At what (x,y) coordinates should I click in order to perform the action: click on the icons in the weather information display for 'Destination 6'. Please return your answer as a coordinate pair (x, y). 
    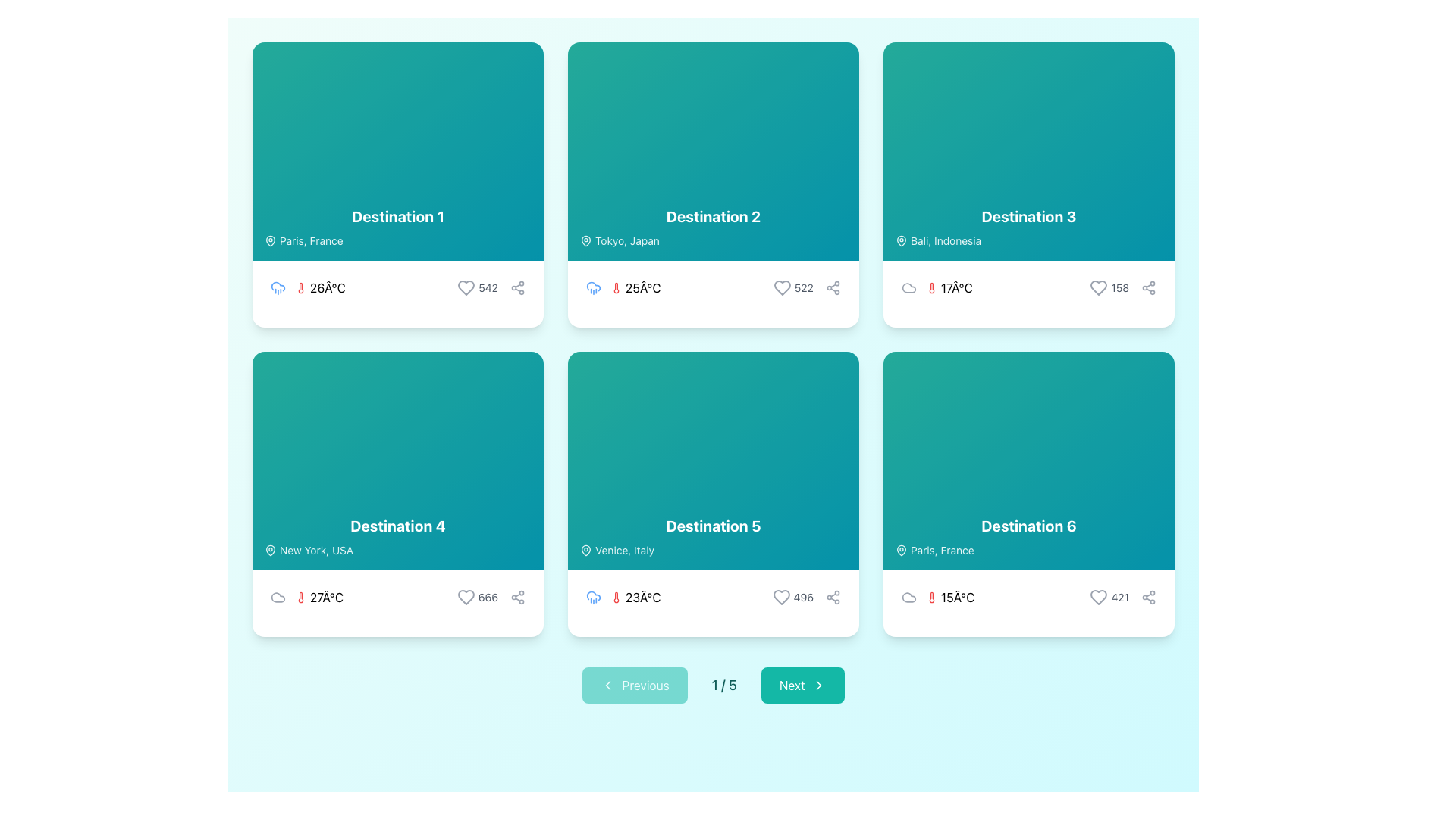
    Looking at the image, I should click on (1029, 602).